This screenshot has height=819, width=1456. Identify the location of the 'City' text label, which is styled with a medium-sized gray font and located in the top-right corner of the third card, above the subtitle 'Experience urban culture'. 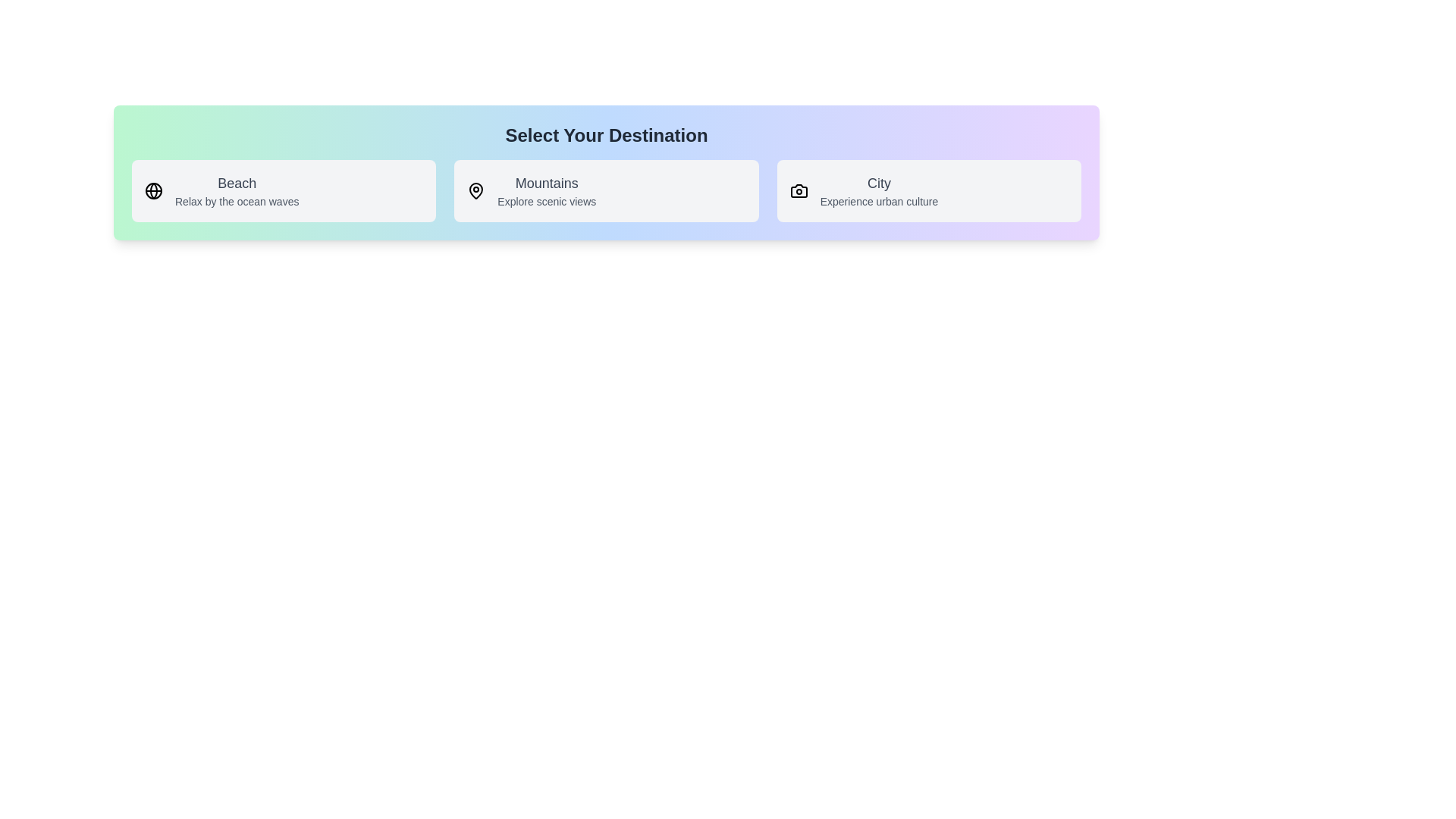
(879, 183).